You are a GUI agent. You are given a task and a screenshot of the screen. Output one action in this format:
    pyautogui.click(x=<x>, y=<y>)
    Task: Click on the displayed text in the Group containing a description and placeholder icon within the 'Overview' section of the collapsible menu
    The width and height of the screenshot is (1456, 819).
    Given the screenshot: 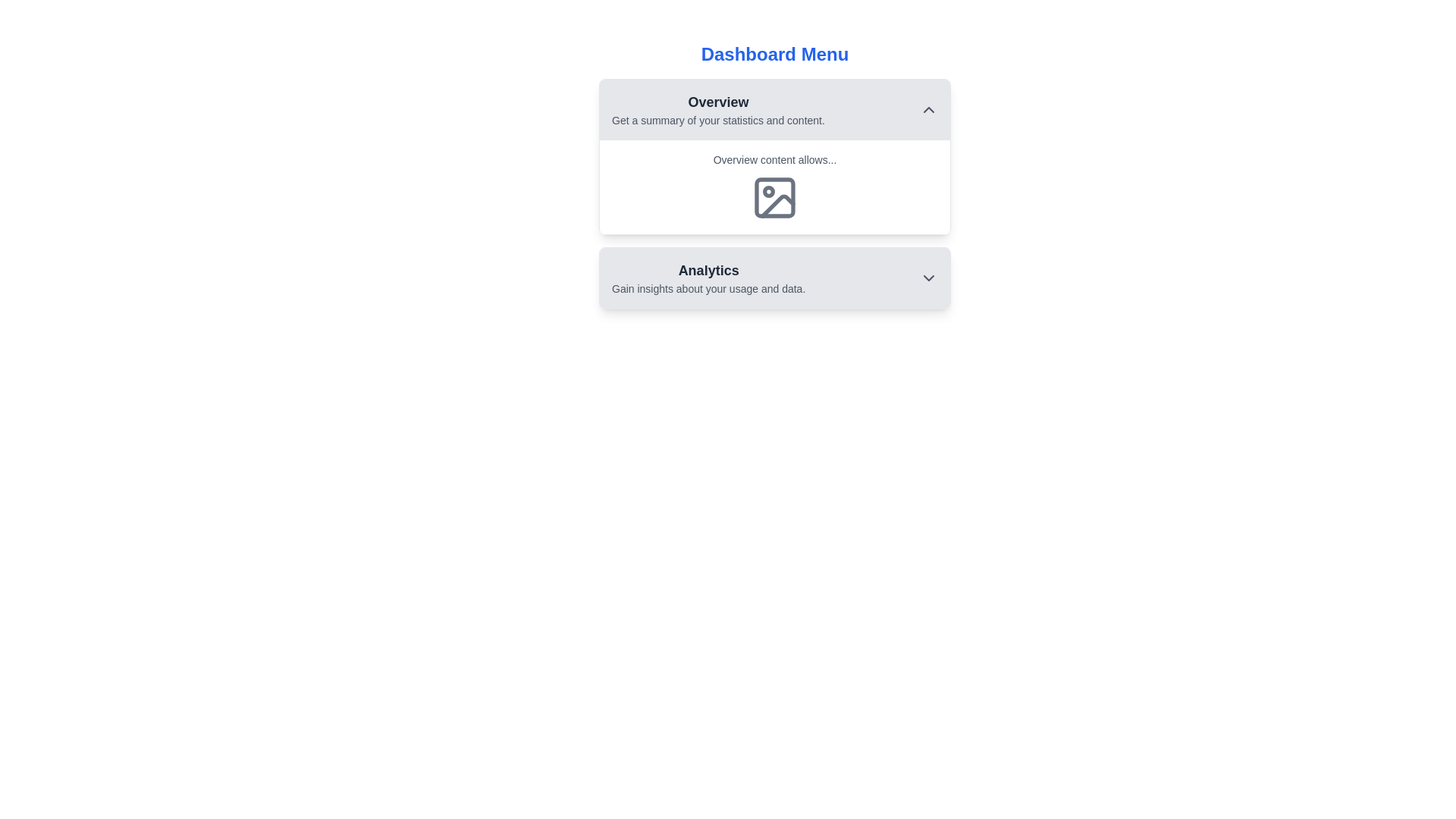 What is the action you would take?
    pyautogui.click(x=775, y=186)
    